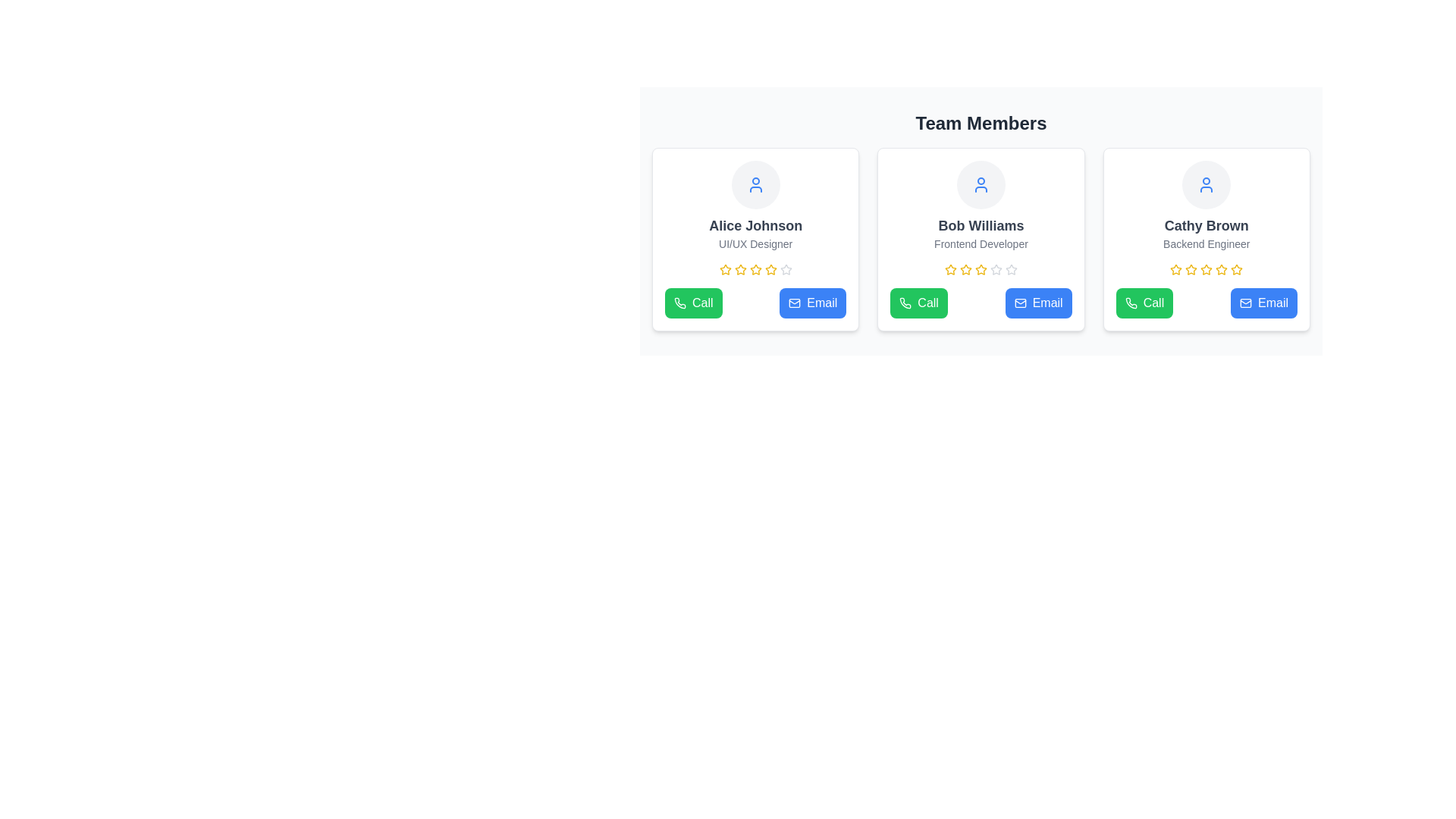  Describe the element at coordinates (1206, 268) in the screenshot. I see `the rating display component consisting of five yellow star icons located below the 'Backend Engineer' label in the profile card of 'Cathy Brown'` at that location.